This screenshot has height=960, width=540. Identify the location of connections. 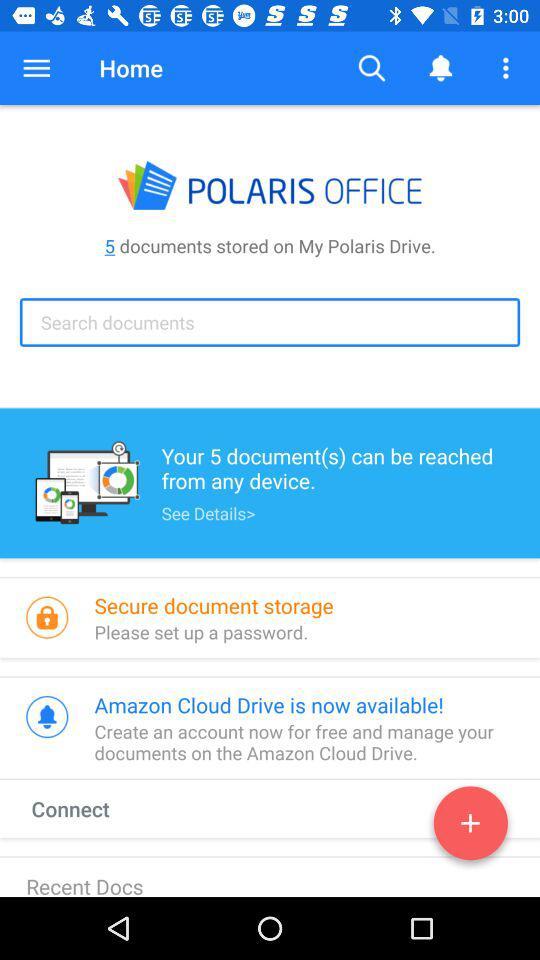
(470, 827).